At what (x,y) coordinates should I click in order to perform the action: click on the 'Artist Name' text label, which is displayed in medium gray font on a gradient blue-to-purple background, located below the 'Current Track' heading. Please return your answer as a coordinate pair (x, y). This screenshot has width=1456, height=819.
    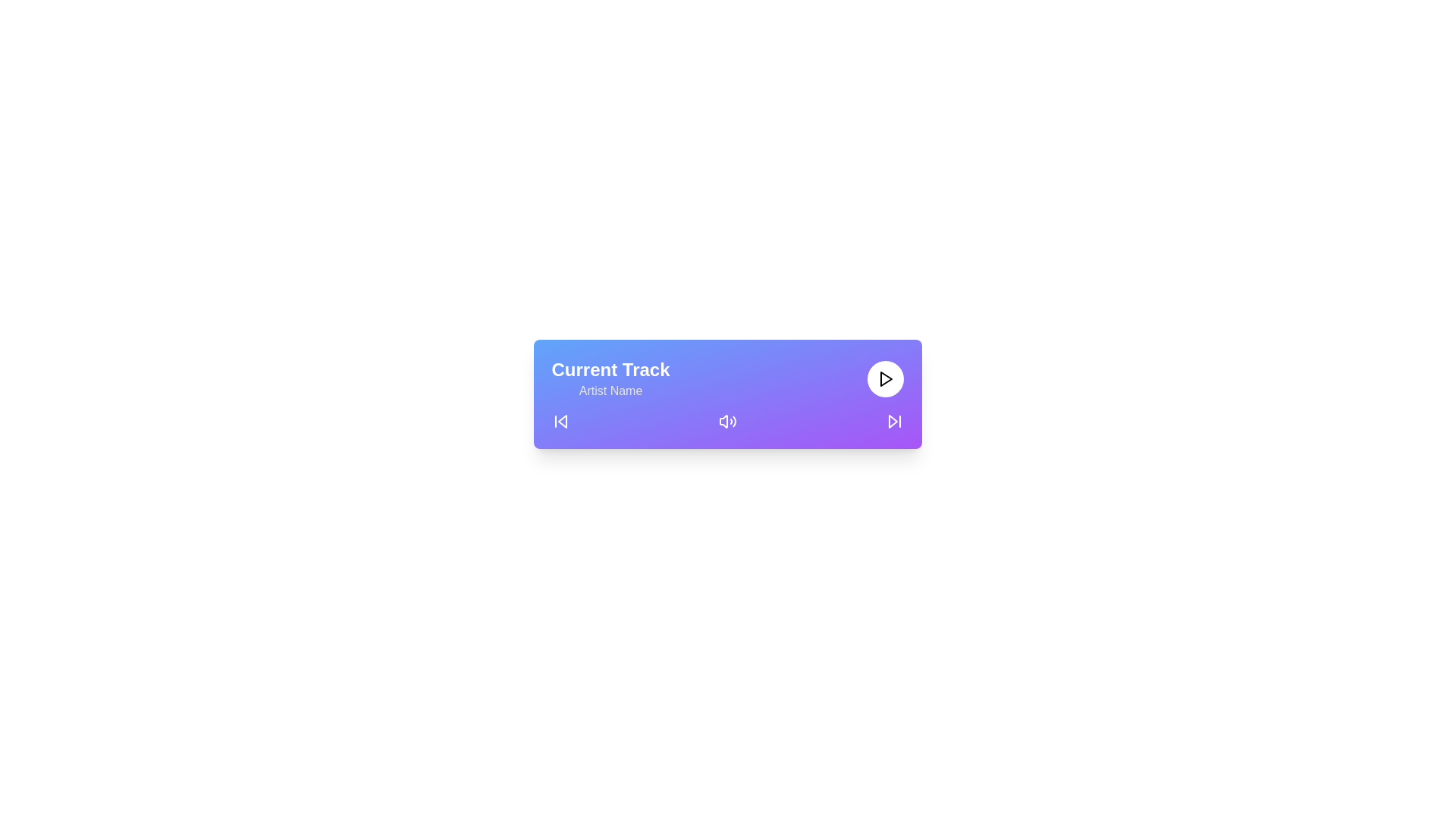
    Looking at the image, I should click on (610, 391).